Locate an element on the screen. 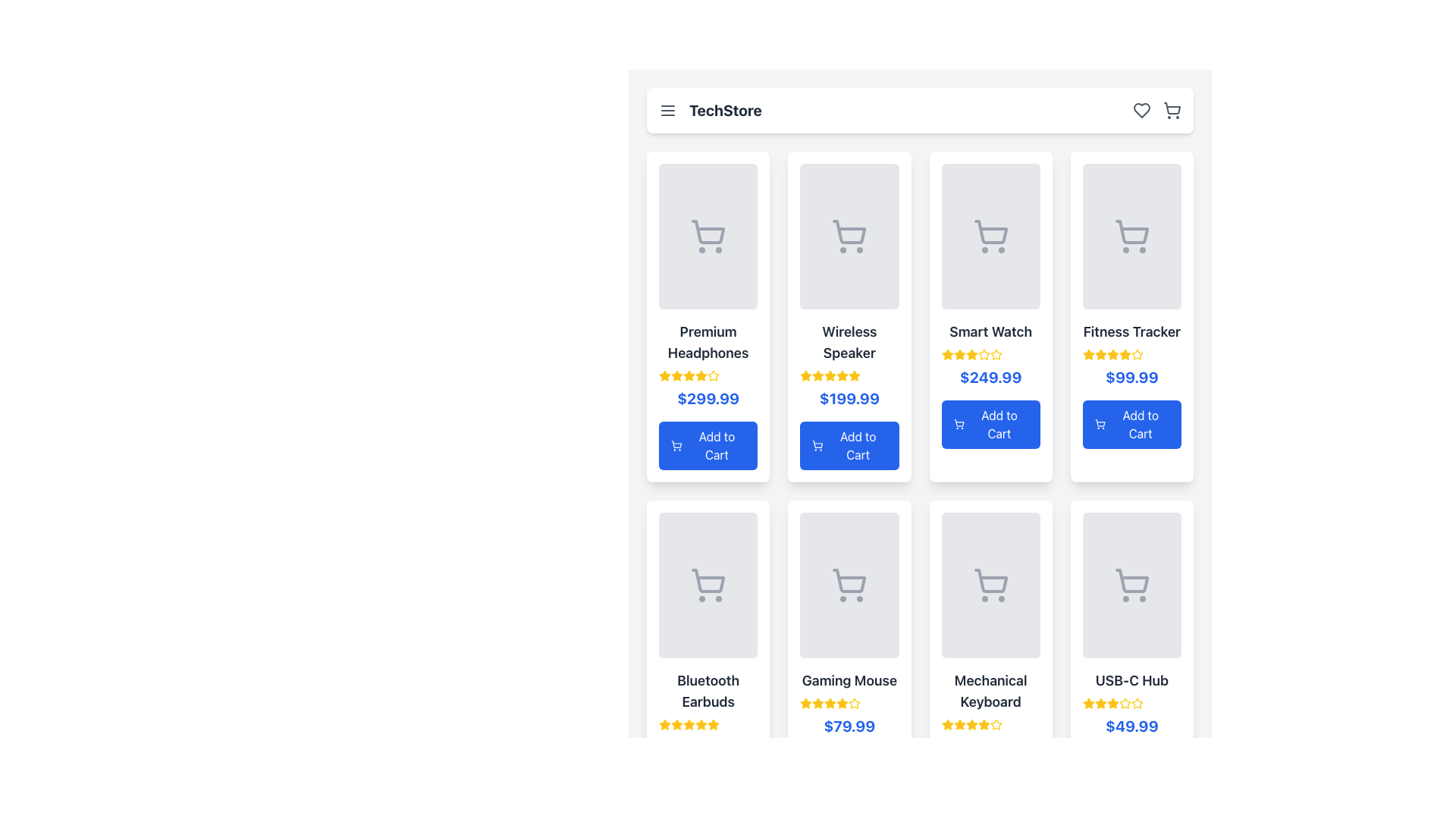 The width and height of the screenshot is (1456, 819). the shopping cart icon located in the bottom-left card under the 'Bluetooth Earbuds' header and above the 'Add to Cart' button is located at coordinates (708, 584).